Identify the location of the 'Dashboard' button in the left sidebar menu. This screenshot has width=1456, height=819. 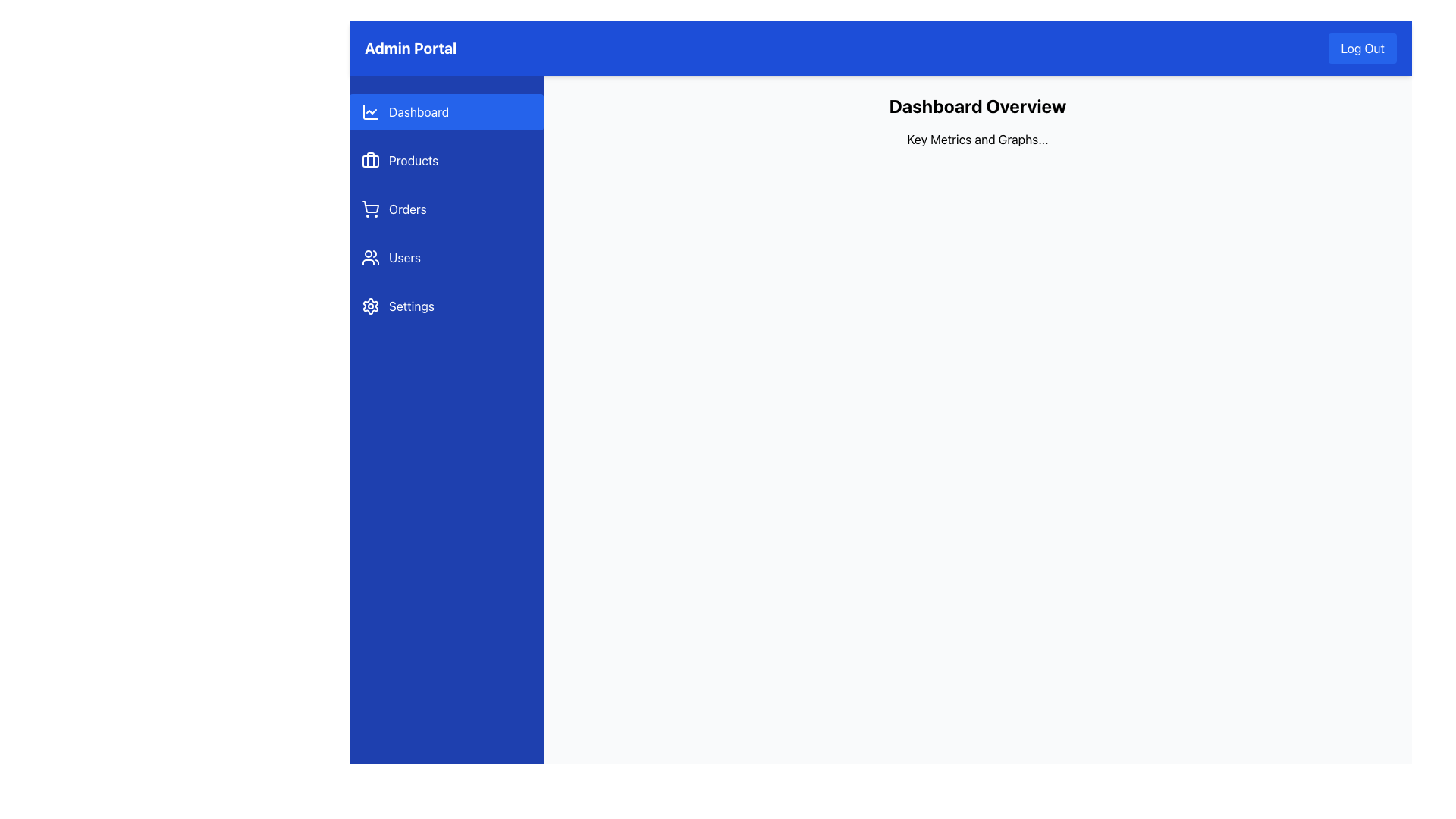
(446, 111).